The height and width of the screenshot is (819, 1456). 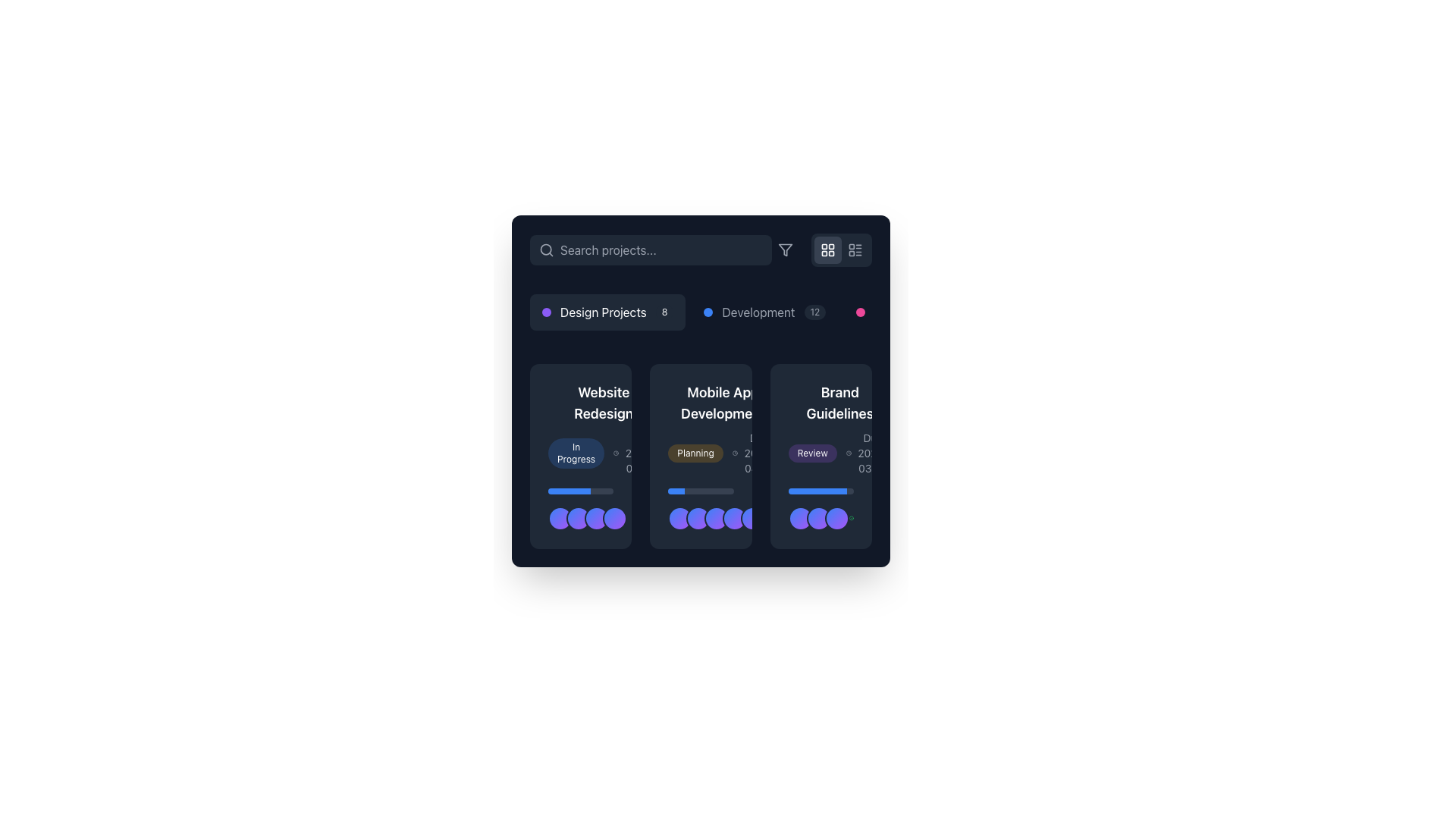 I want to click on the Avatar Group element located at the bottom of the 'Mobile App Development' card, which visually represents team members involved in the project, so click(x=725, y=517).